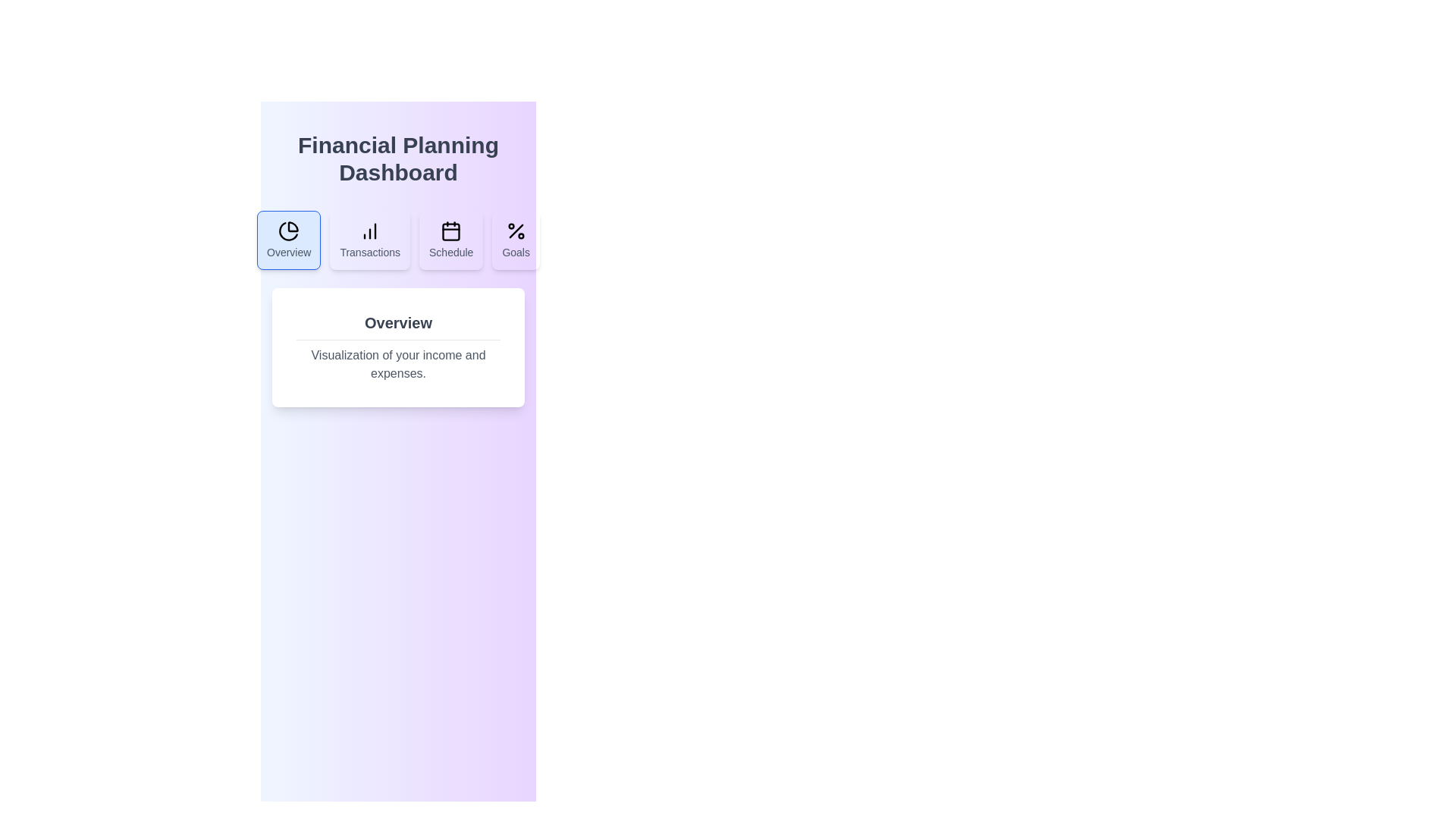 This screenshot has width=1456, height=819. I want to click on the pie chart segment within the 'Overview' button in the navigation bar, so click(288, 231).